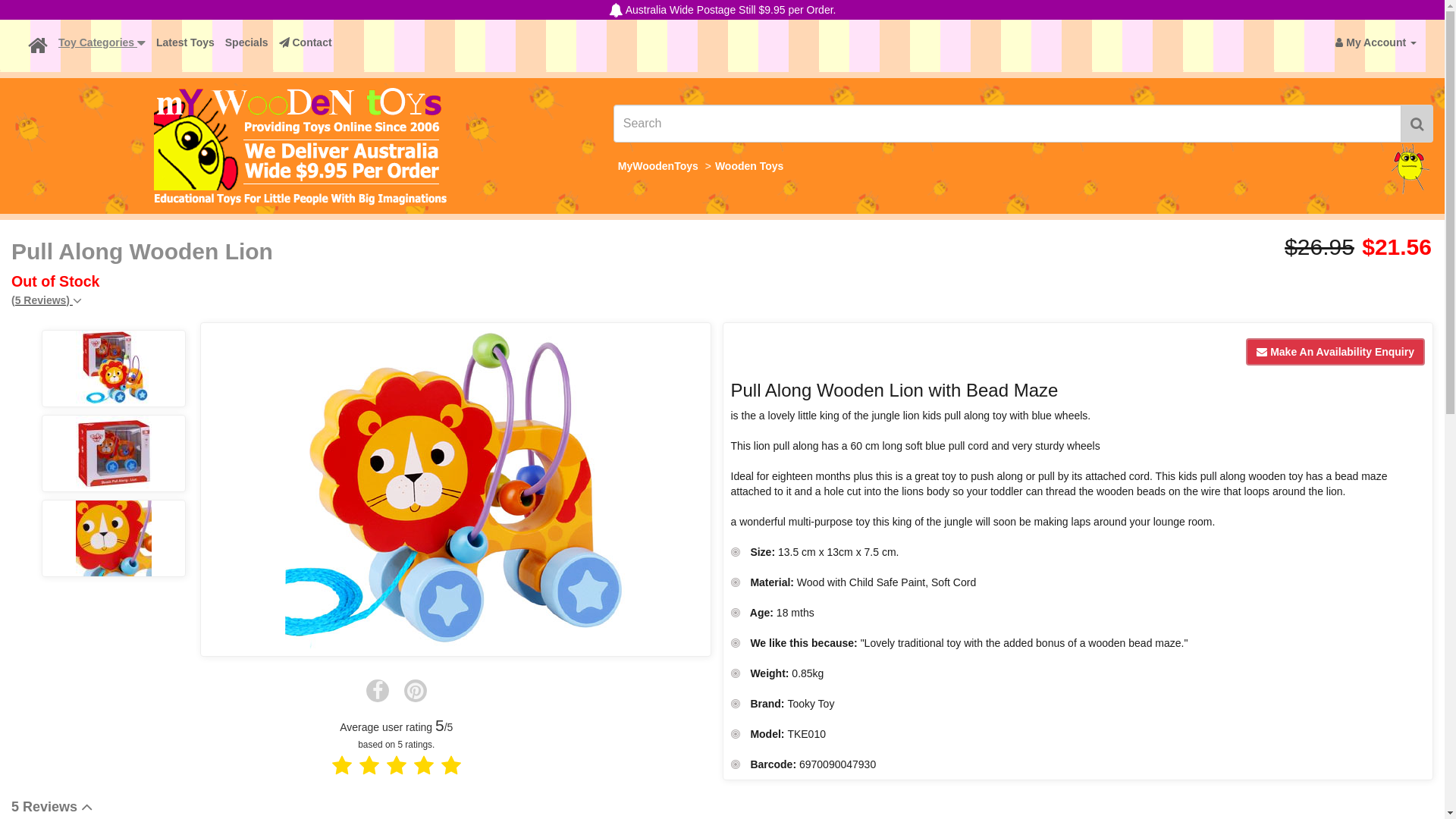 The height and width of the screenshot is (819, 1456). What do you see at coordinates (112, 452) in the screenshot?
I see `'Pull Along Wooden Lion Detail-Two'` at bounding box center [112, 452].